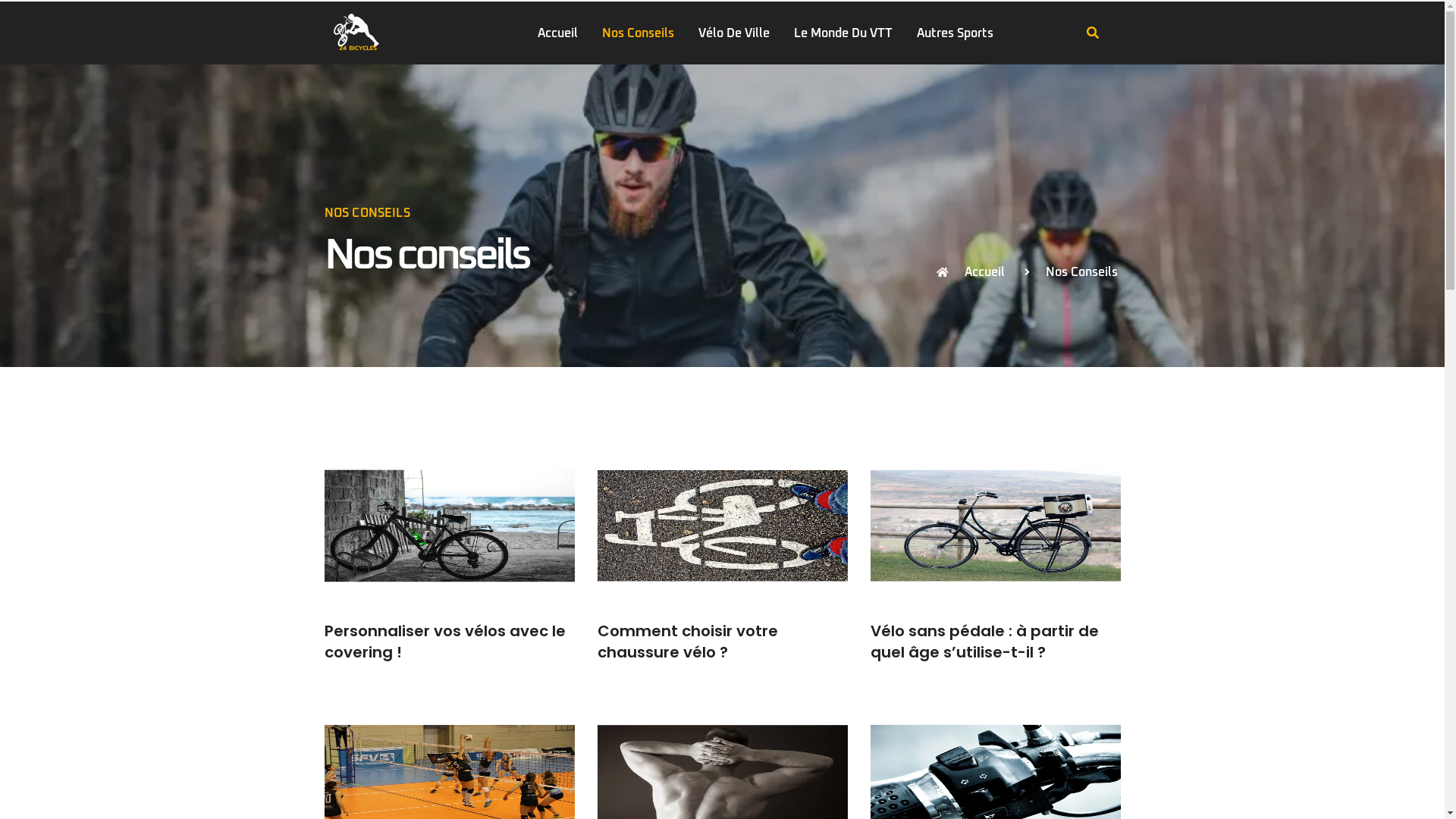  I want to click on 'Le Monde Du VTT', so click(843, 33).